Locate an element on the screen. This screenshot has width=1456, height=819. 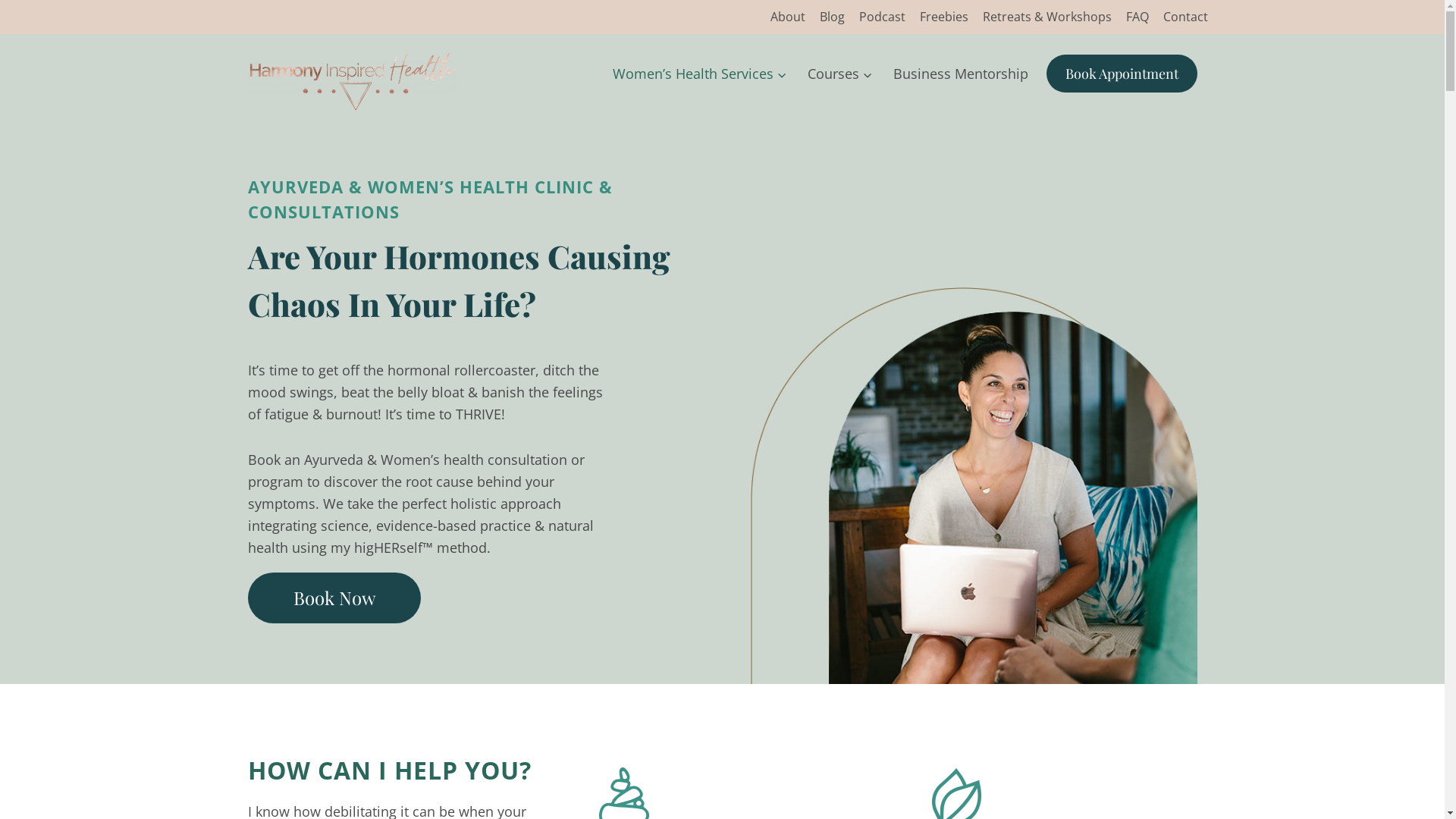
'About' is located at coordinates (787, 17).